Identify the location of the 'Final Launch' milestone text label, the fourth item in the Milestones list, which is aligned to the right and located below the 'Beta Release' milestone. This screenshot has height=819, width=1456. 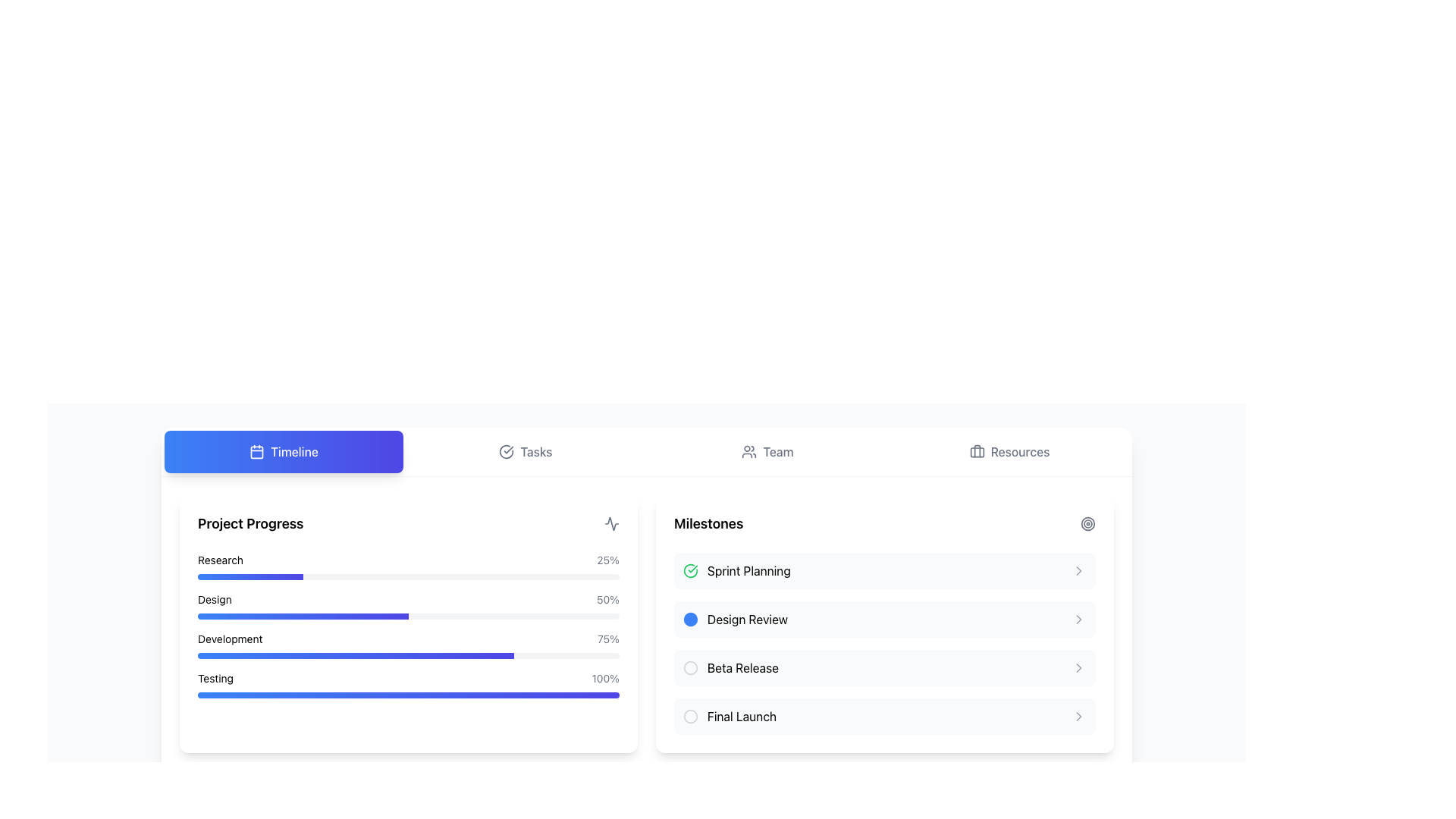
(742, 717).